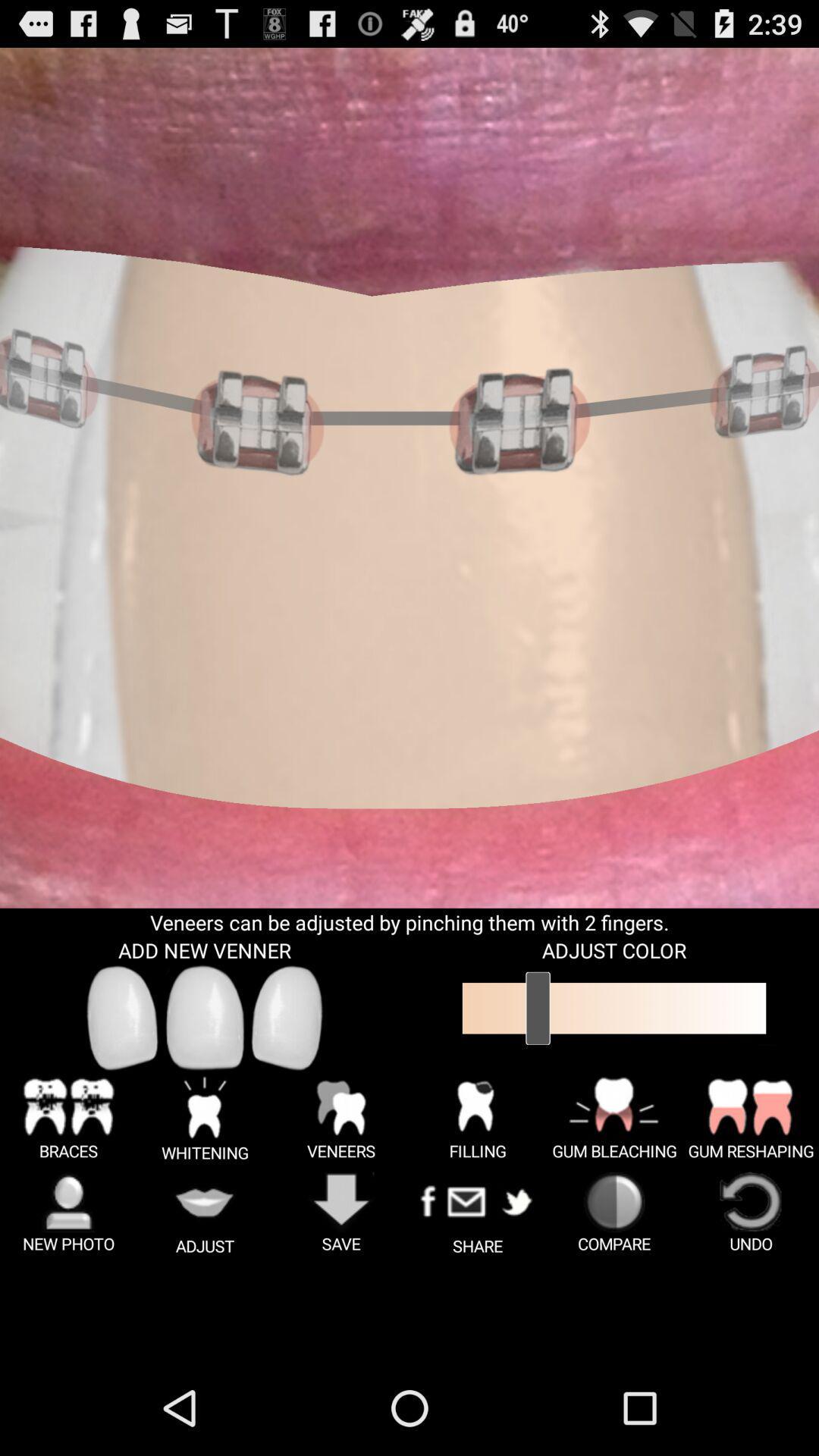  What do you see at coordinates (205, 1213) in the screenshot?
I see `the icon below whitening` at bounding box center [205, 1213].